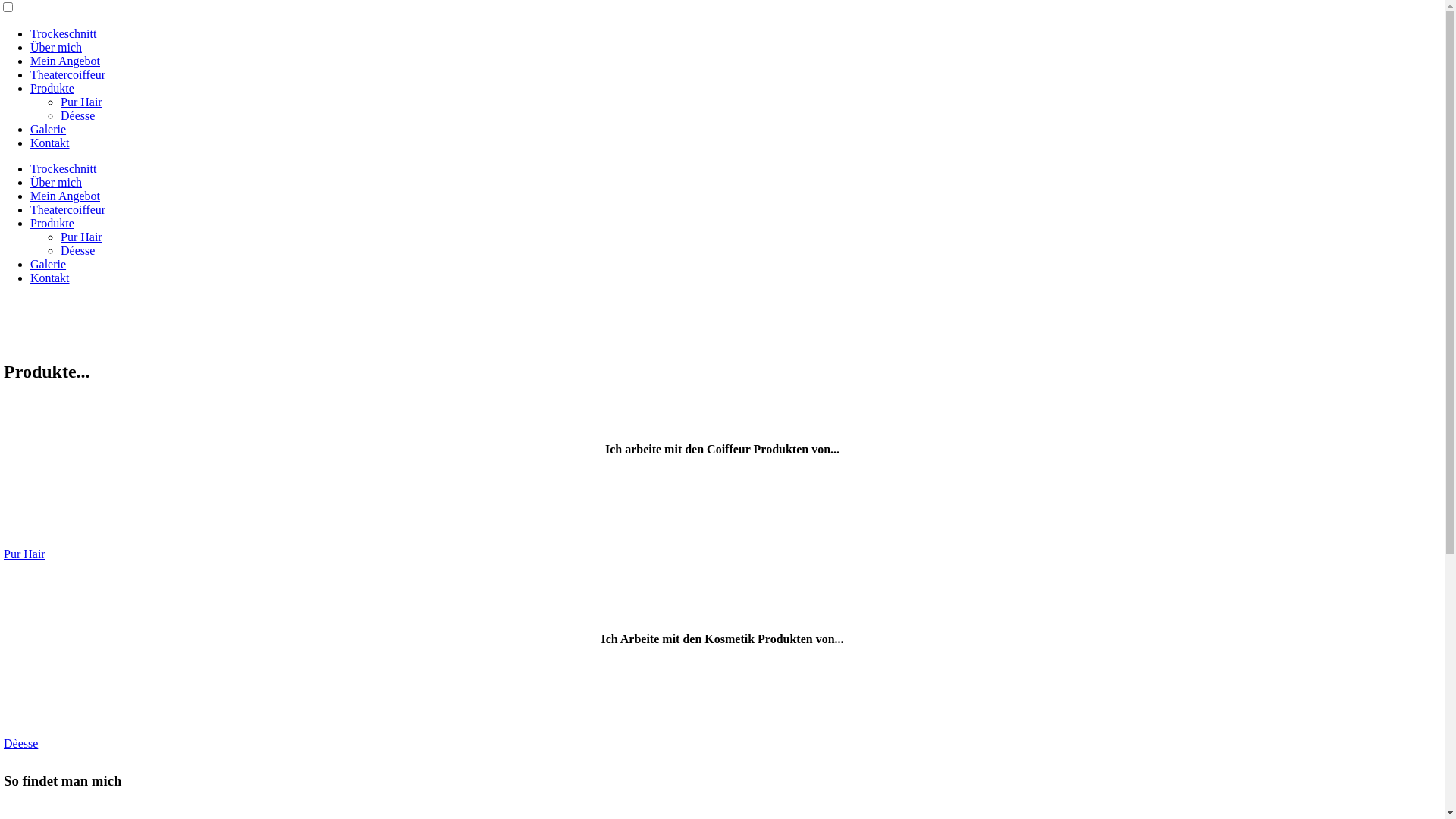  Describe the element at coordinates (50, 143) in the screenshot. I see `'Kontakt'` at that location.